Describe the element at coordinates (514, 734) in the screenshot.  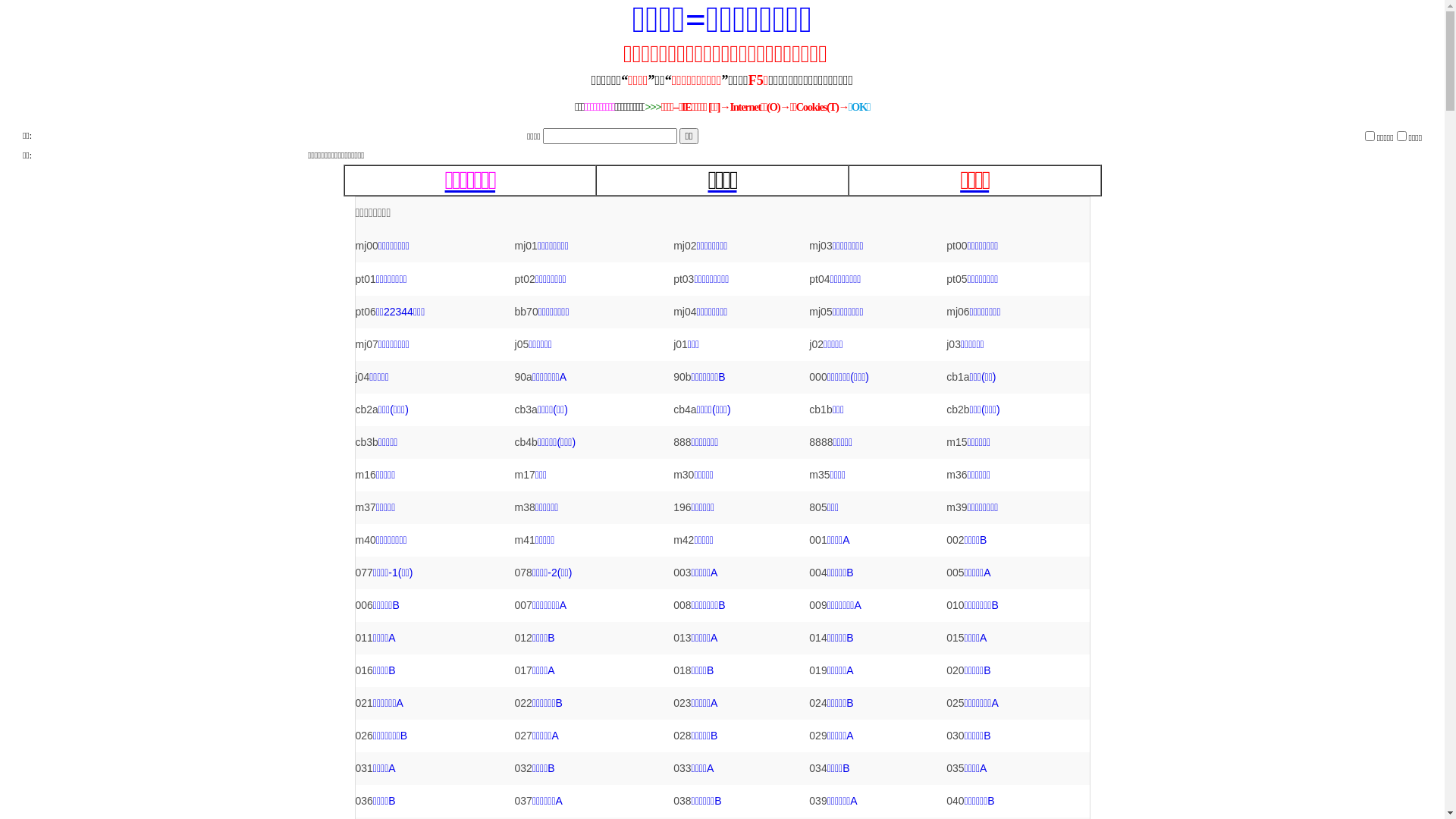
I see `'027'` at that location.